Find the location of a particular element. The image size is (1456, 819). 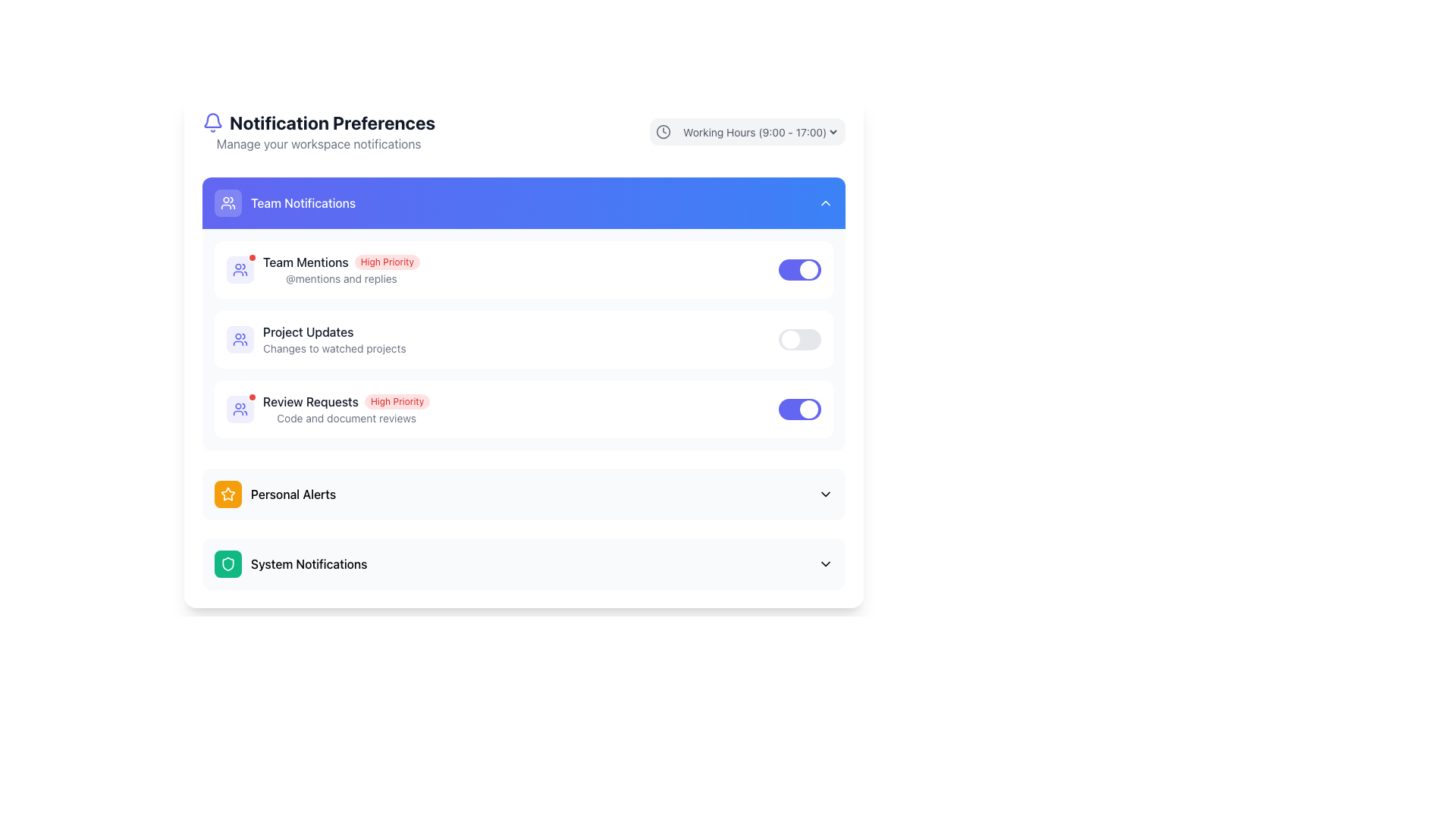

the clock icon represented by the circle in the SVG, located near the top-right corner of the interface, adjacent to the 'Working Hours' dropdown menu is located at coordinates (663, 130).